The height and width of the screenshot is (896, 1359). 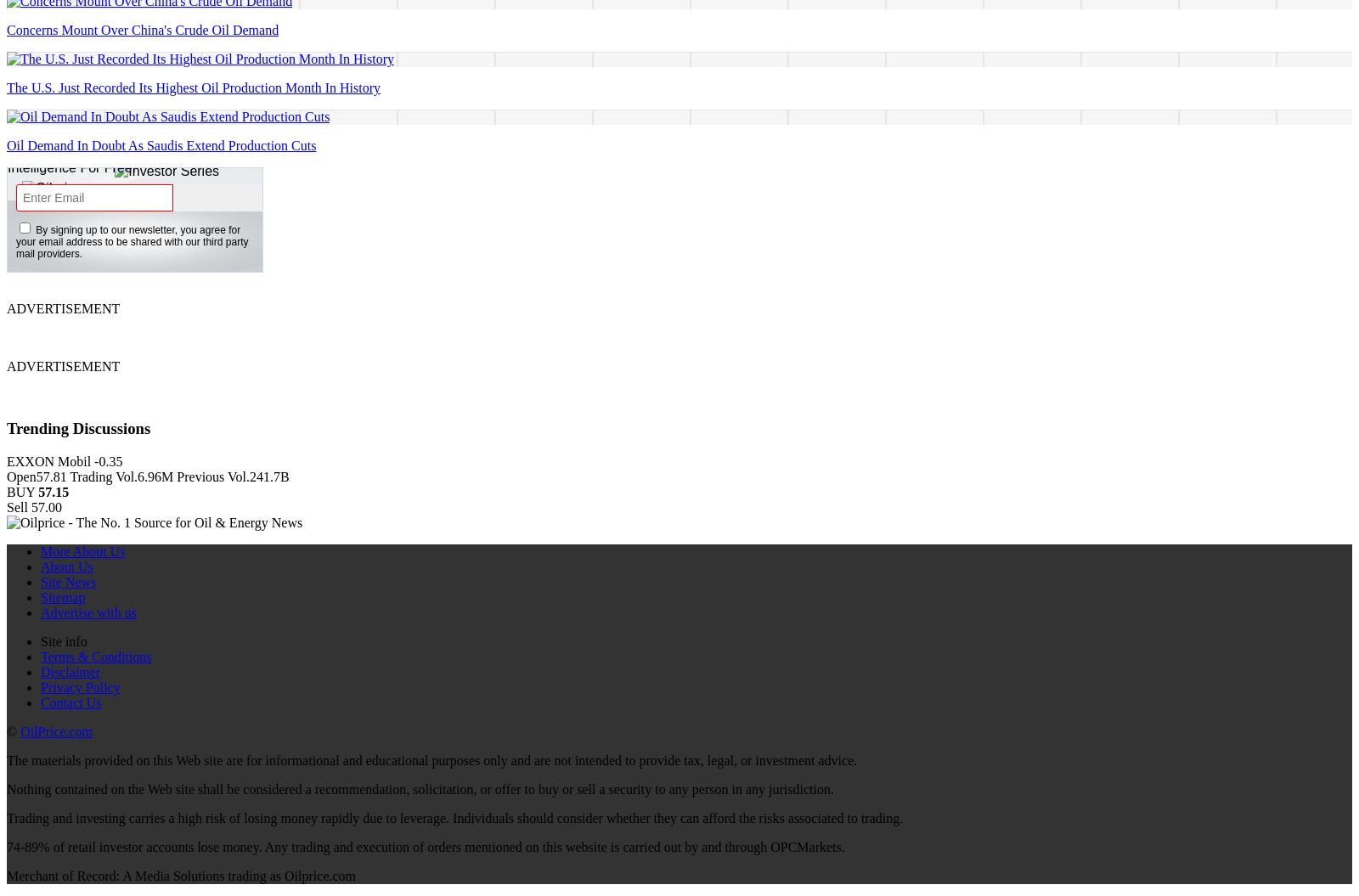 What do you see at coordinates (61, 595) in the screenshot?
I see `'Sitemap'` at bounding box center [61, 595].